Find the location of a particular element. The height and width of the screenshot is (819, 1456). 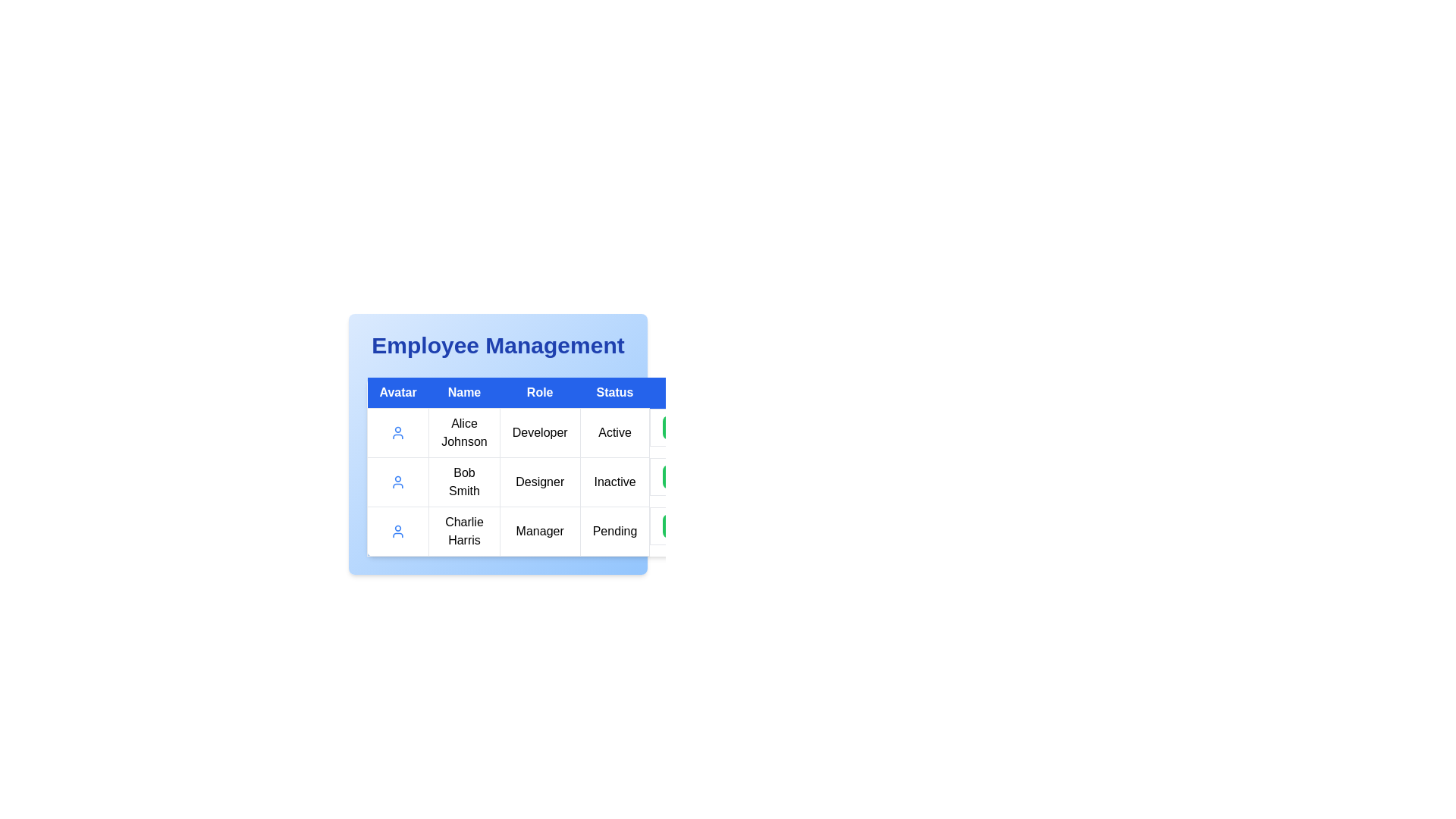

the avatar icon representing user 'Alice Johnson' from its current position in the table cell, as it supports drag-and-drop actions is located at coordinates (398, 432).